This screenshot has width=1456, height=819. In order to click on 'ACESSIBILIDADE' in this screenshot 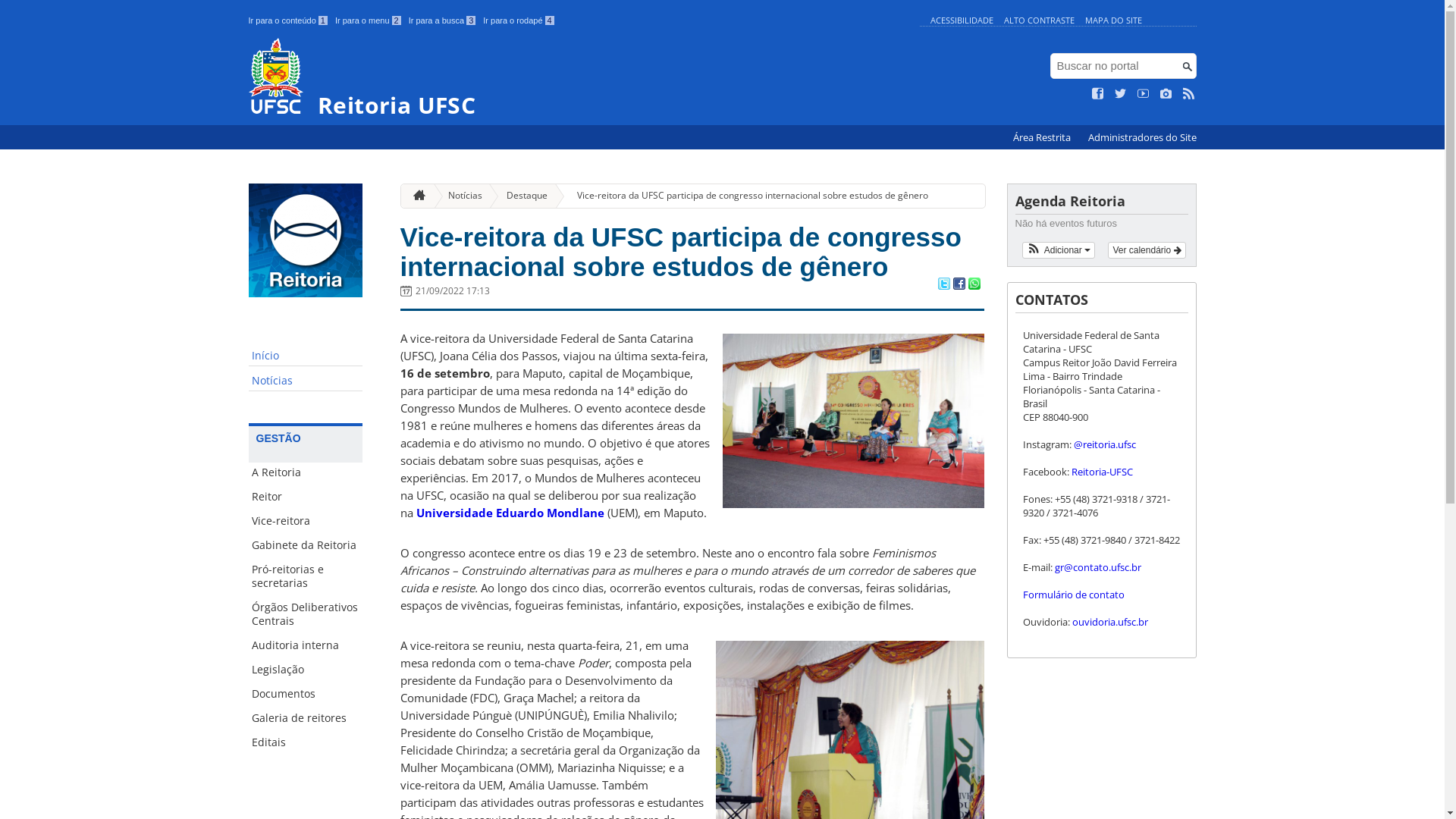, I will do `click(960, 20)`.